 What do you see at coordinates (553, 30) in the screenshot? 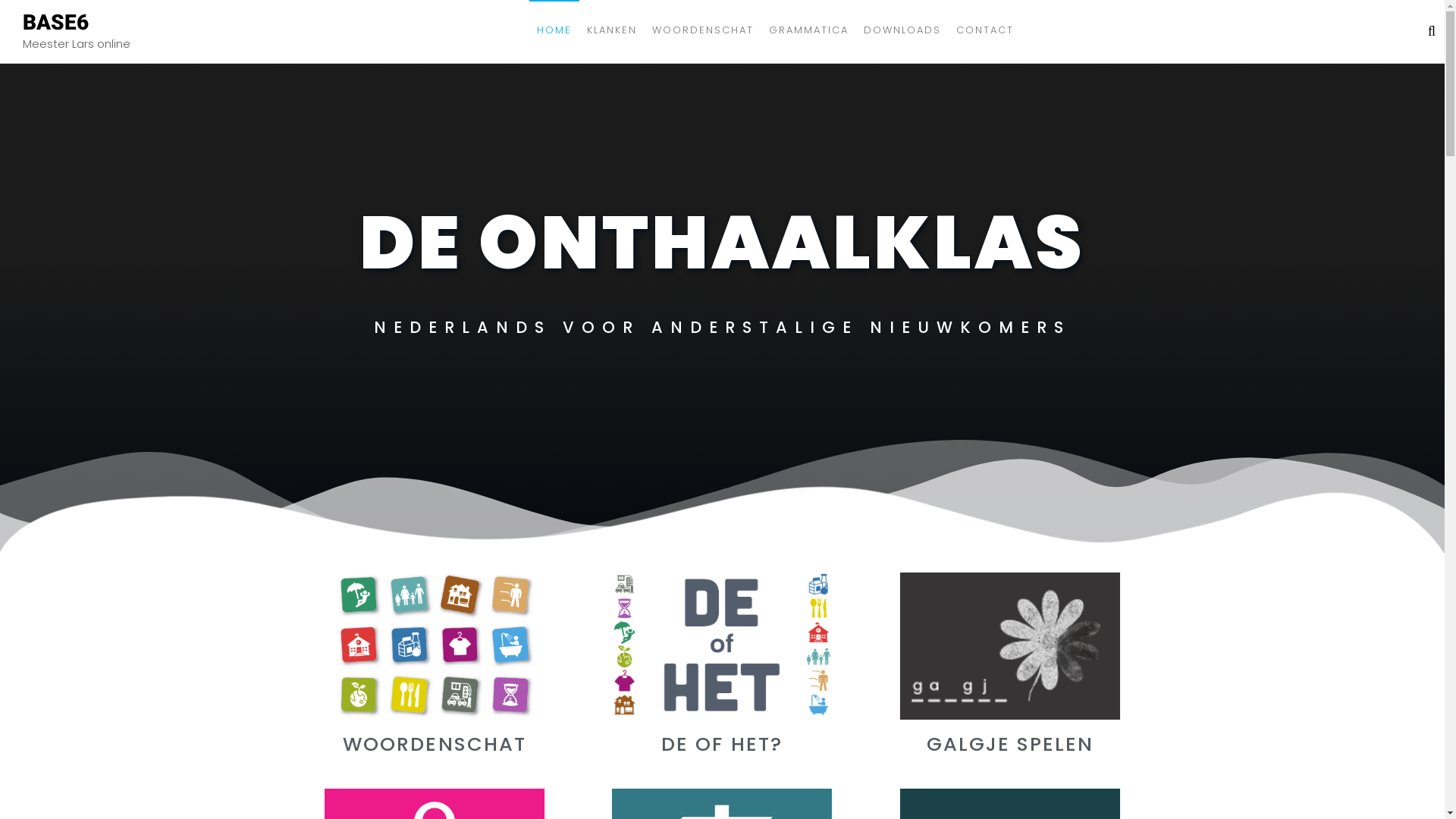
I see `'HOME'` at bounding box center [553, 30].